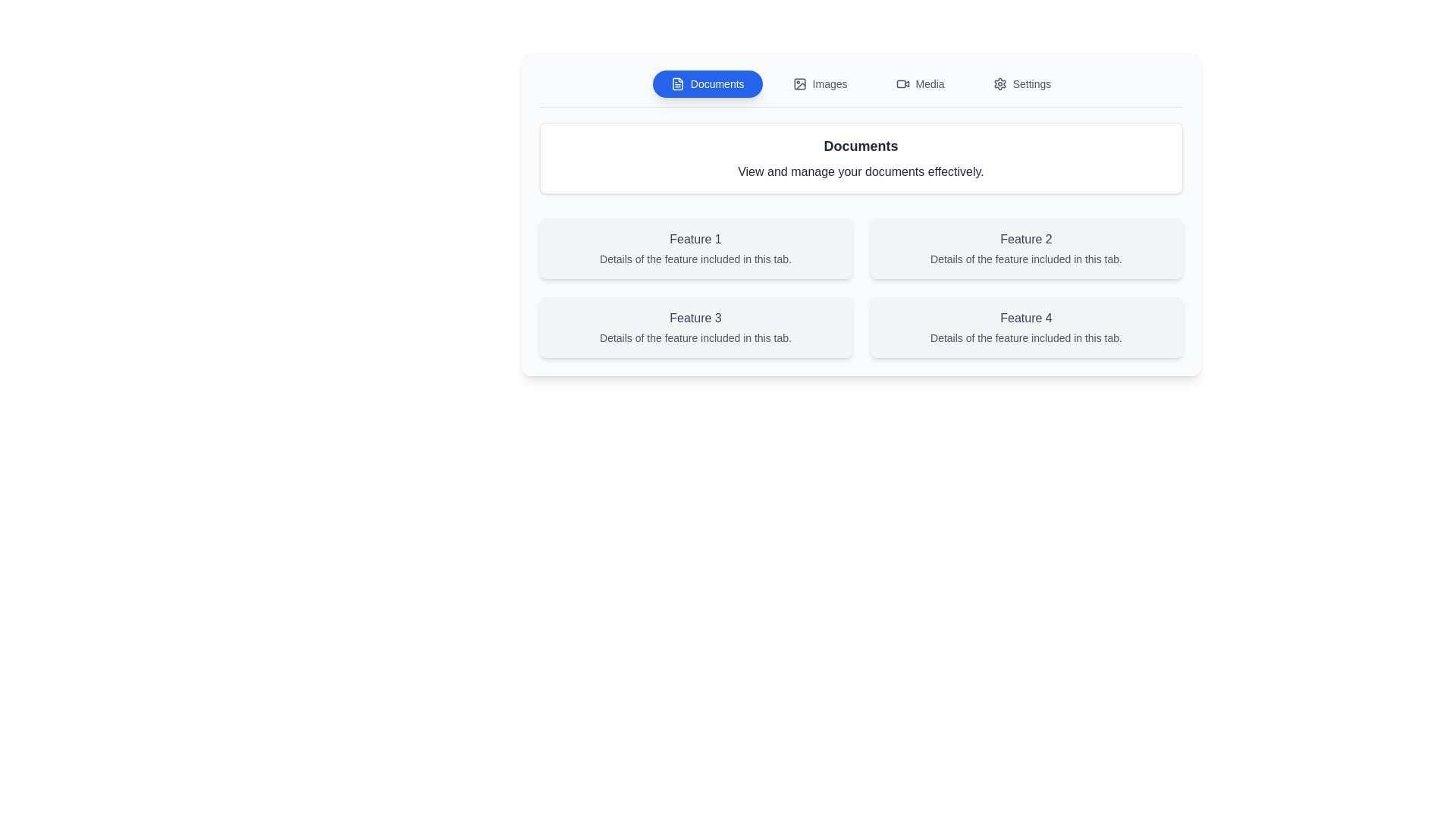 The width and height of the screenshot is (1456, 819). I want to click on the cogwheel icon within the 'Settings' button located at the top-right corner of the interface, so click(999, 84).